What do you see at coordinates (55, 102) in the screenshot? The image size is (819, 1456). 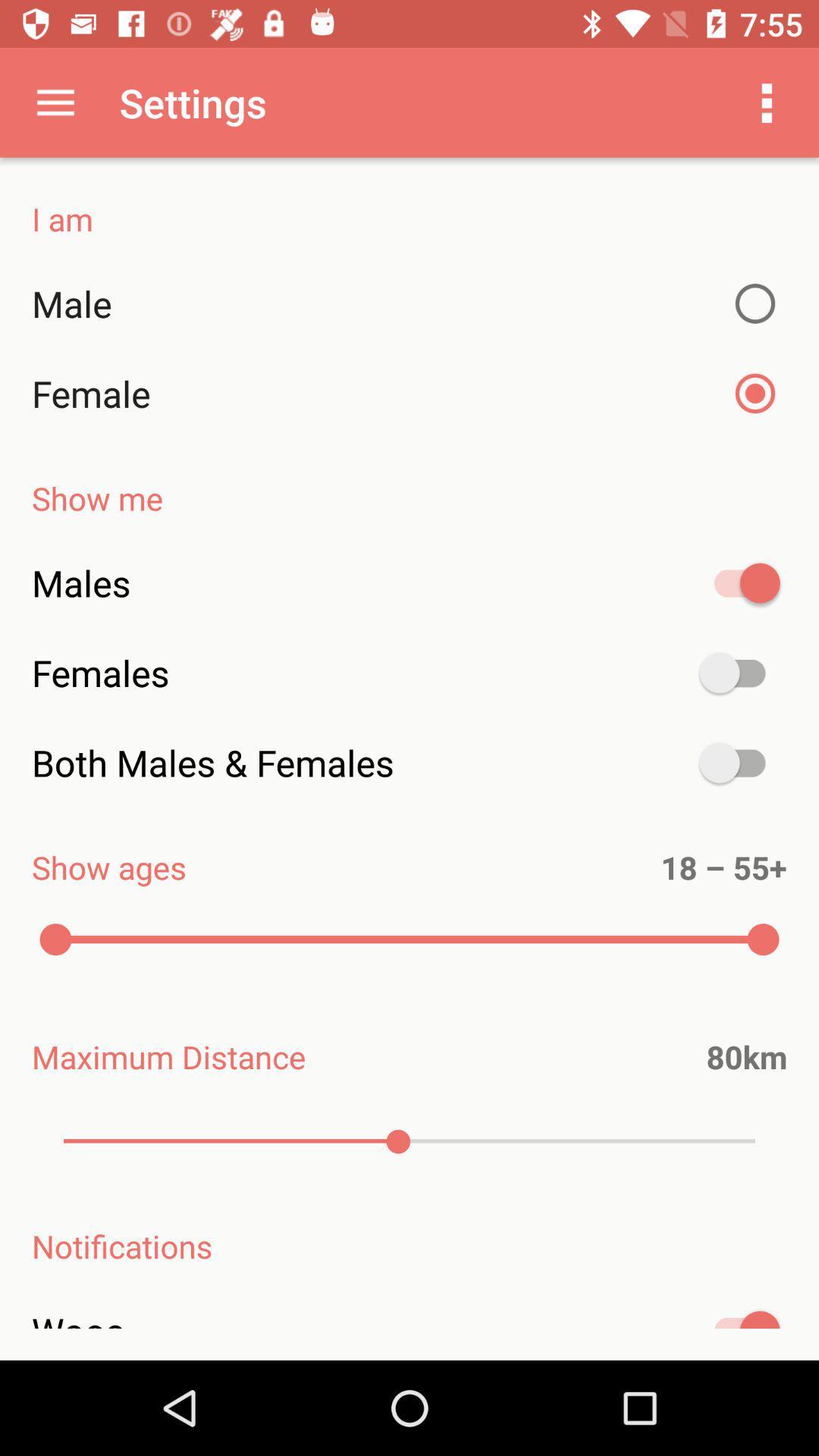 I see `app next to the settings` at bounding box center [55, 102].